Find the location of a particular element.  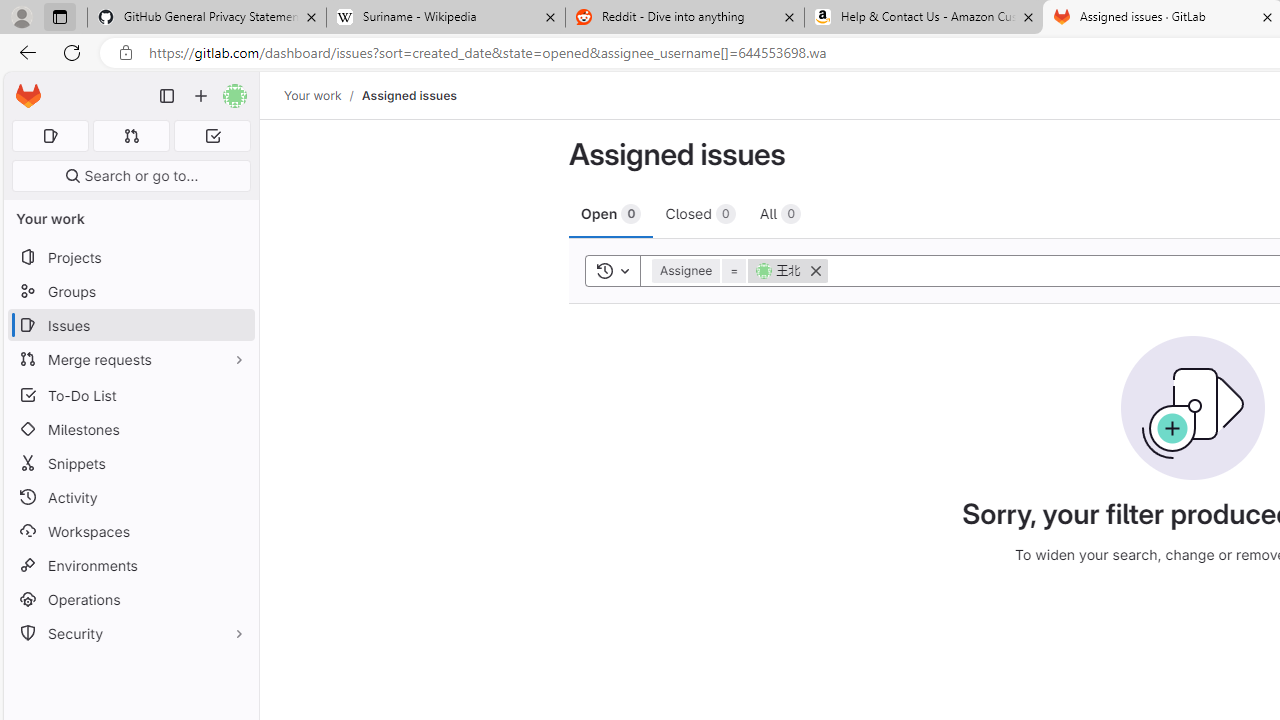

'Environments' is located at coordinates (130, 565).